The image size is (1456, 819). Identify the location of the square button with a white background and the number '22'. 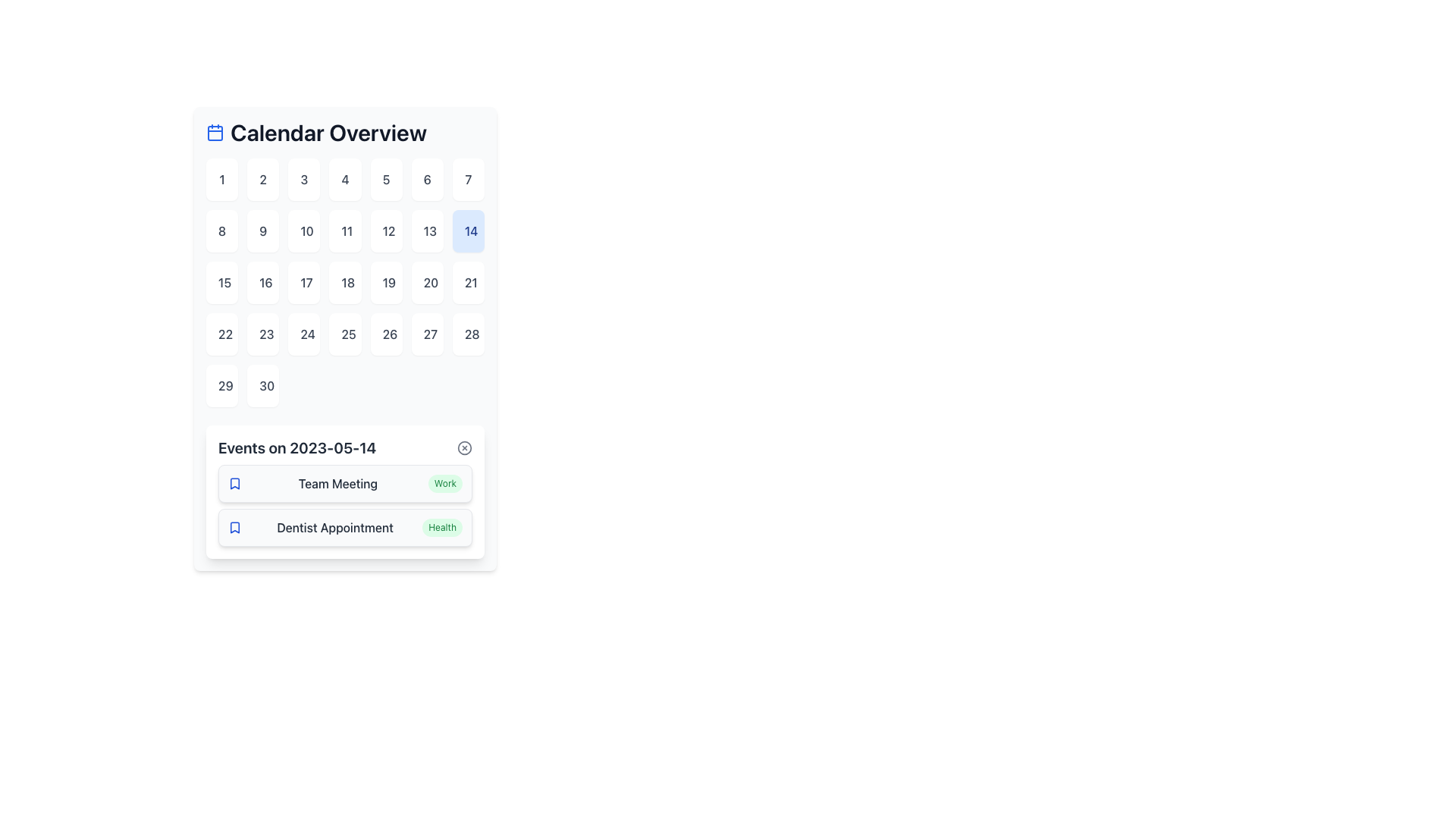
(221, 333).